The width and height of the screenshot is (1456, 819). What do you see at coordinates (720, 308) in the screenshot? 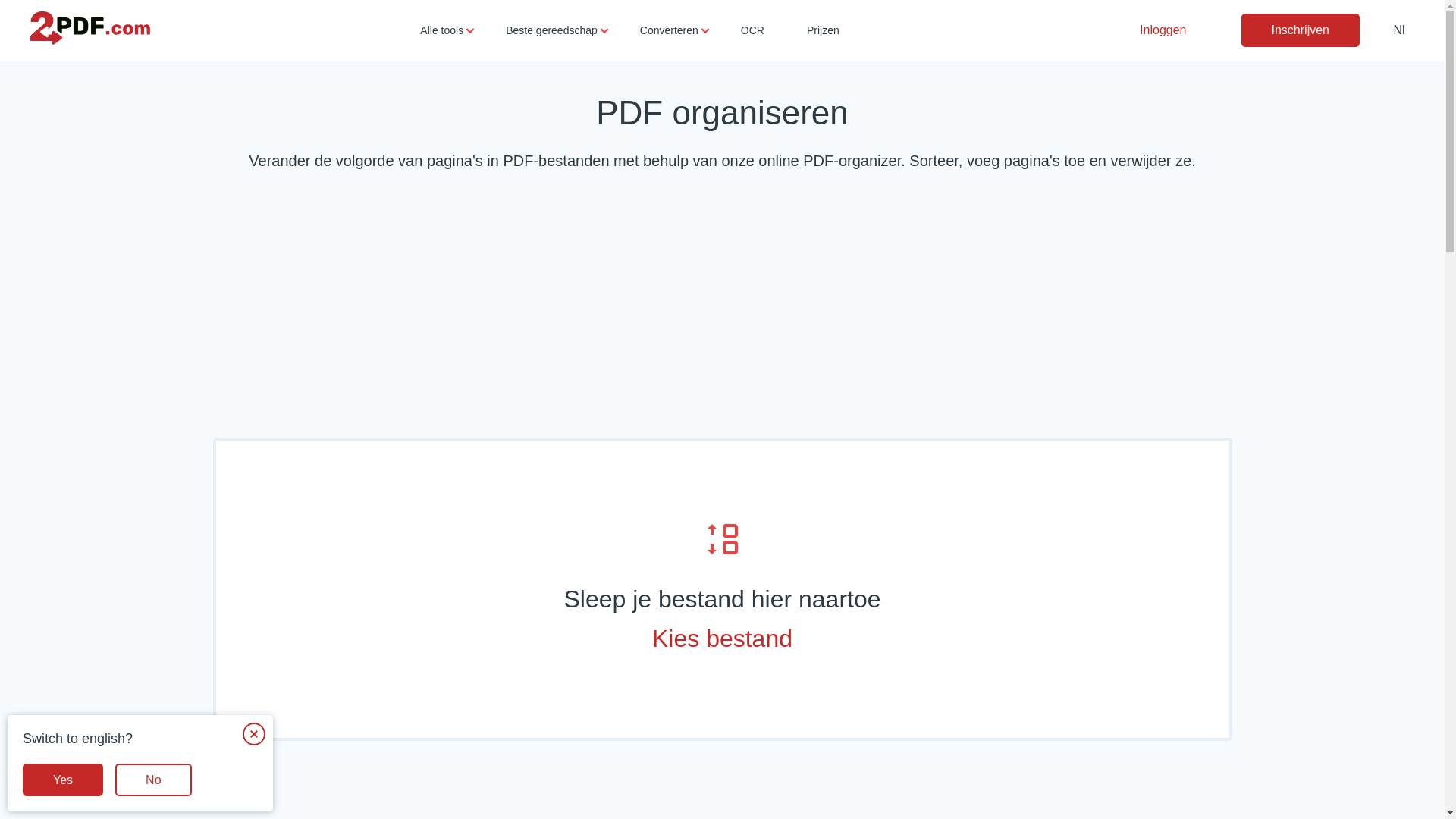
I see `'Advertisement'` at bounding box center [720, 308].